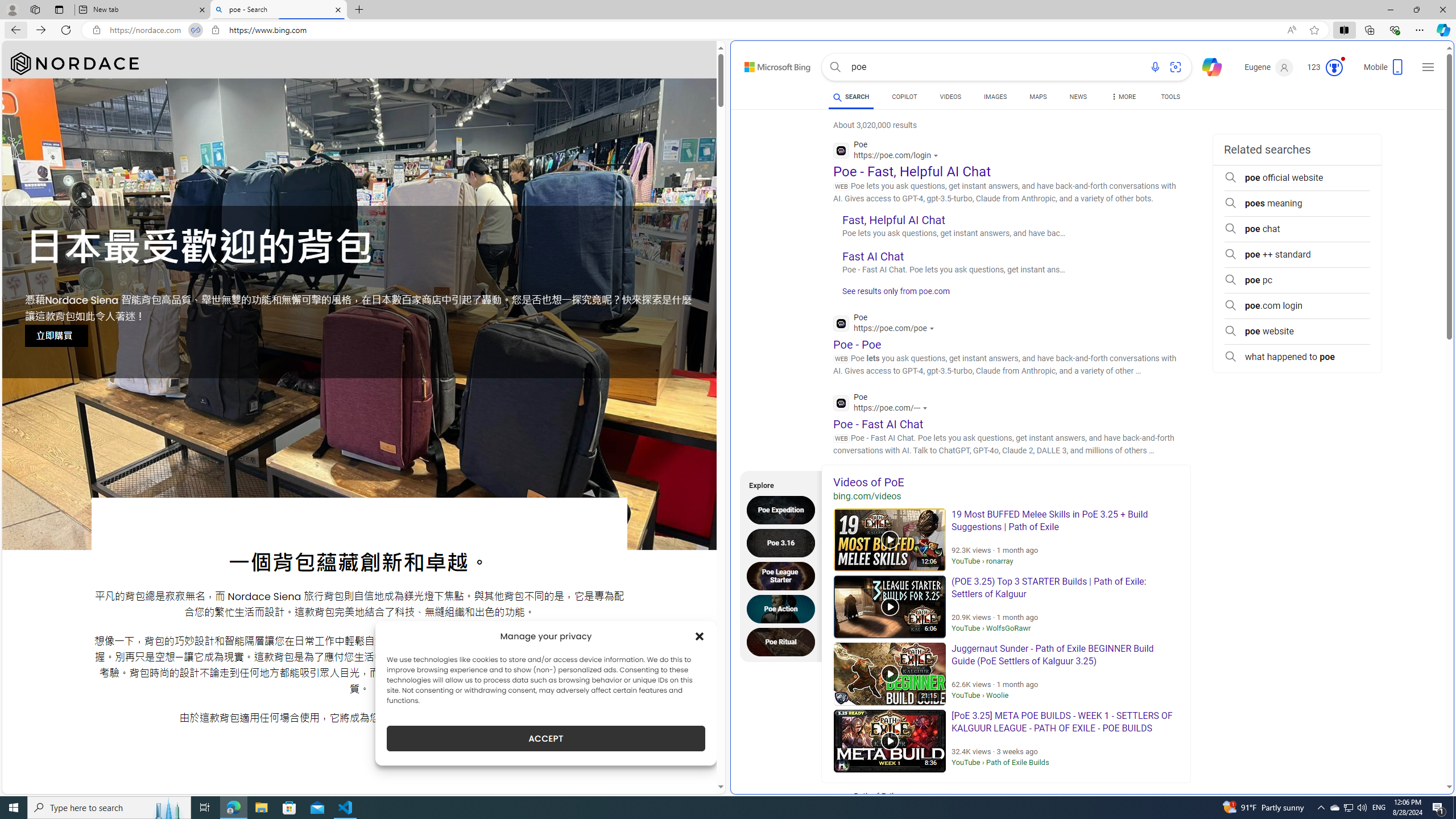 The width and height of the screenshot is (1456, 819). I want to click on 'Poe 3.16', so click(783, 542).